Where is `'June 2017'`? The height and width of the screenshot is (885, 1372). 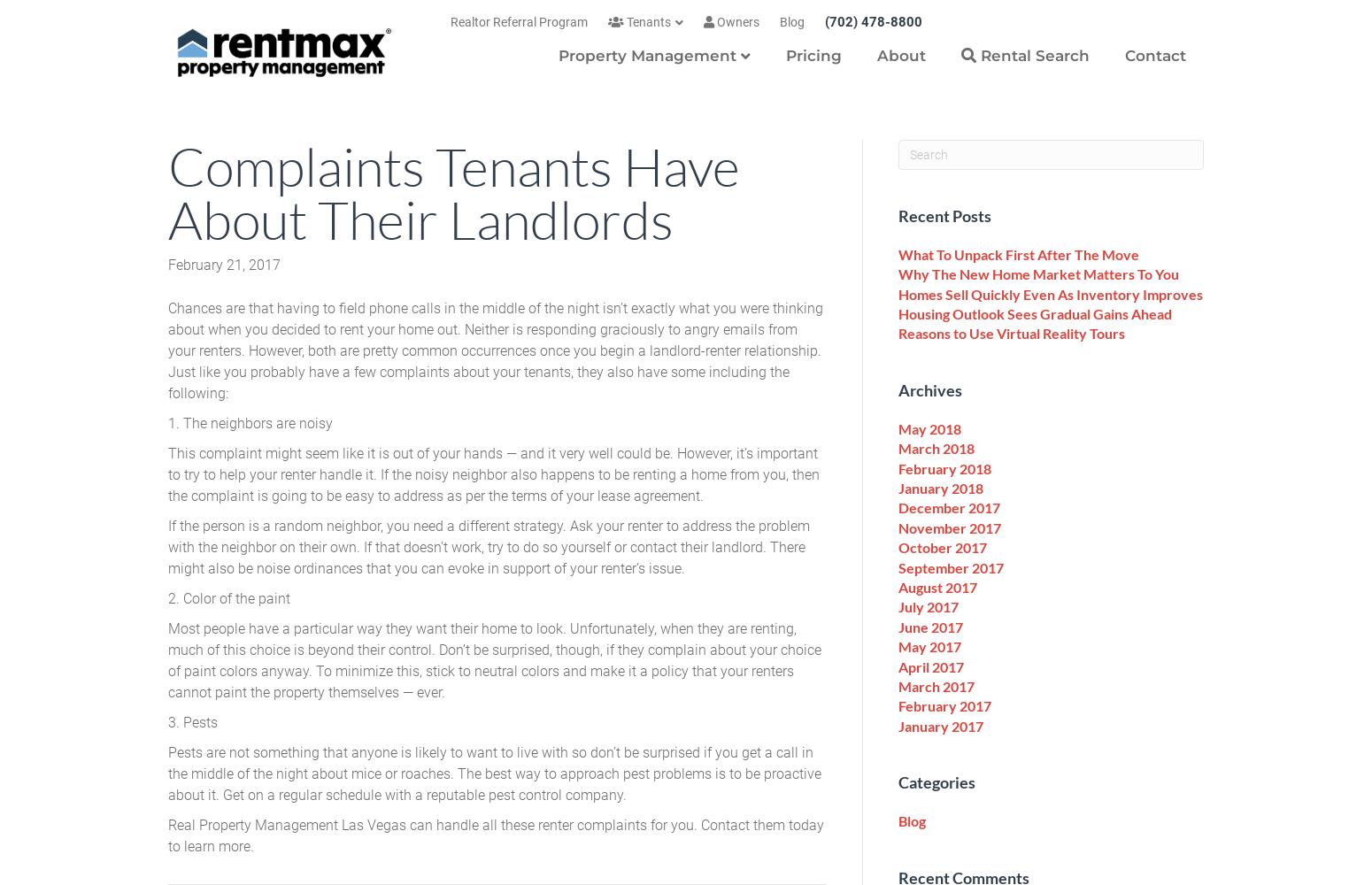 'June 2017' is located at coordinates (930, 625).